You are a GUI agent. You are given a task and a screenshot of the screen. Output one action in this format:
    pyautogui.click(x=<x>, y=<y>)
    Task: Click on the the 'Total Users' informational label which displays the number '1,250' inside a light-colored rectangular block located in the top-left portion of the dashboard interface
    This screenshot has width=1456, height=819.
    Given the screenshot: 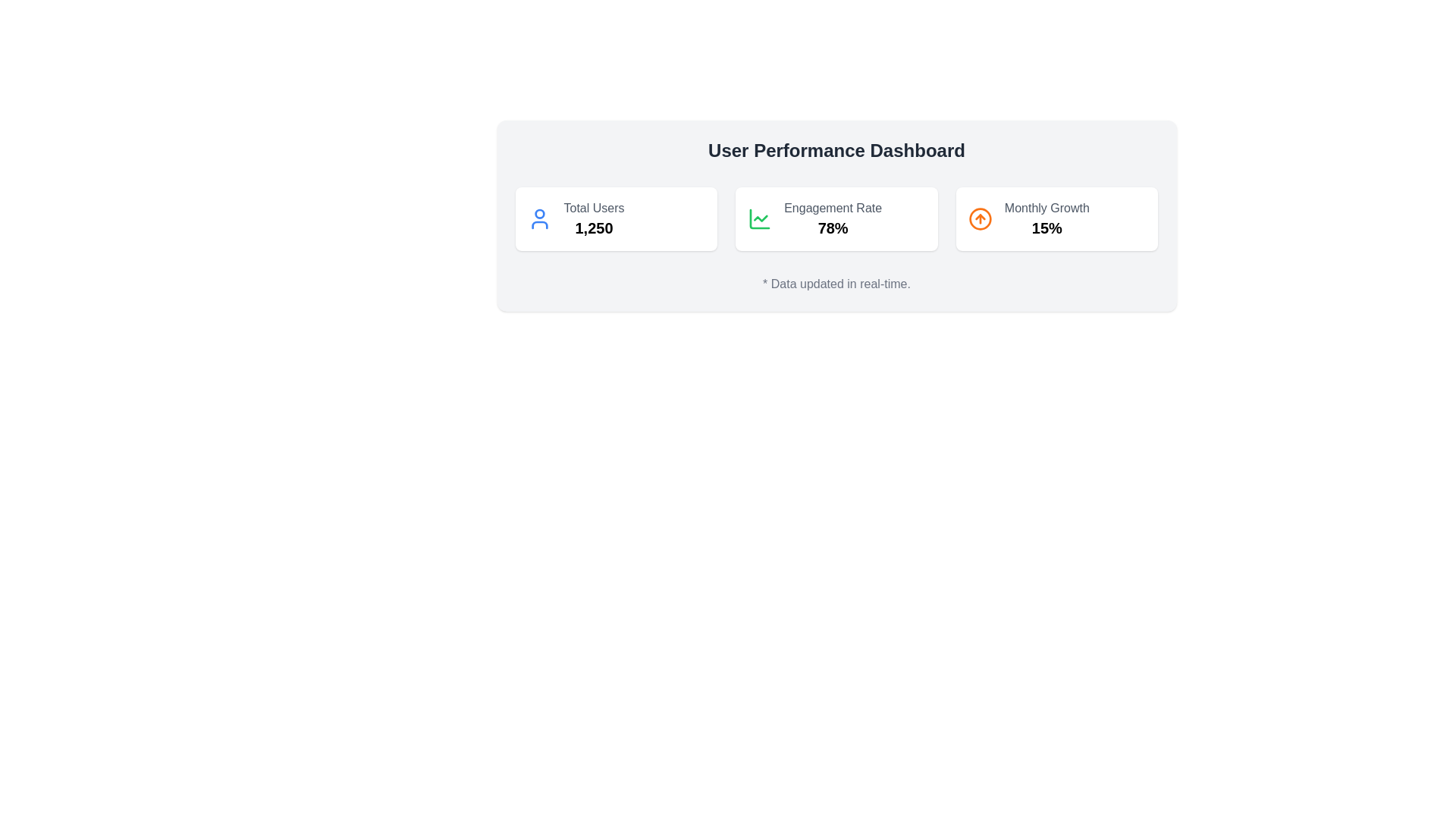 What is the action you would take?
    pyautogui.click(x=593, y=219)
    